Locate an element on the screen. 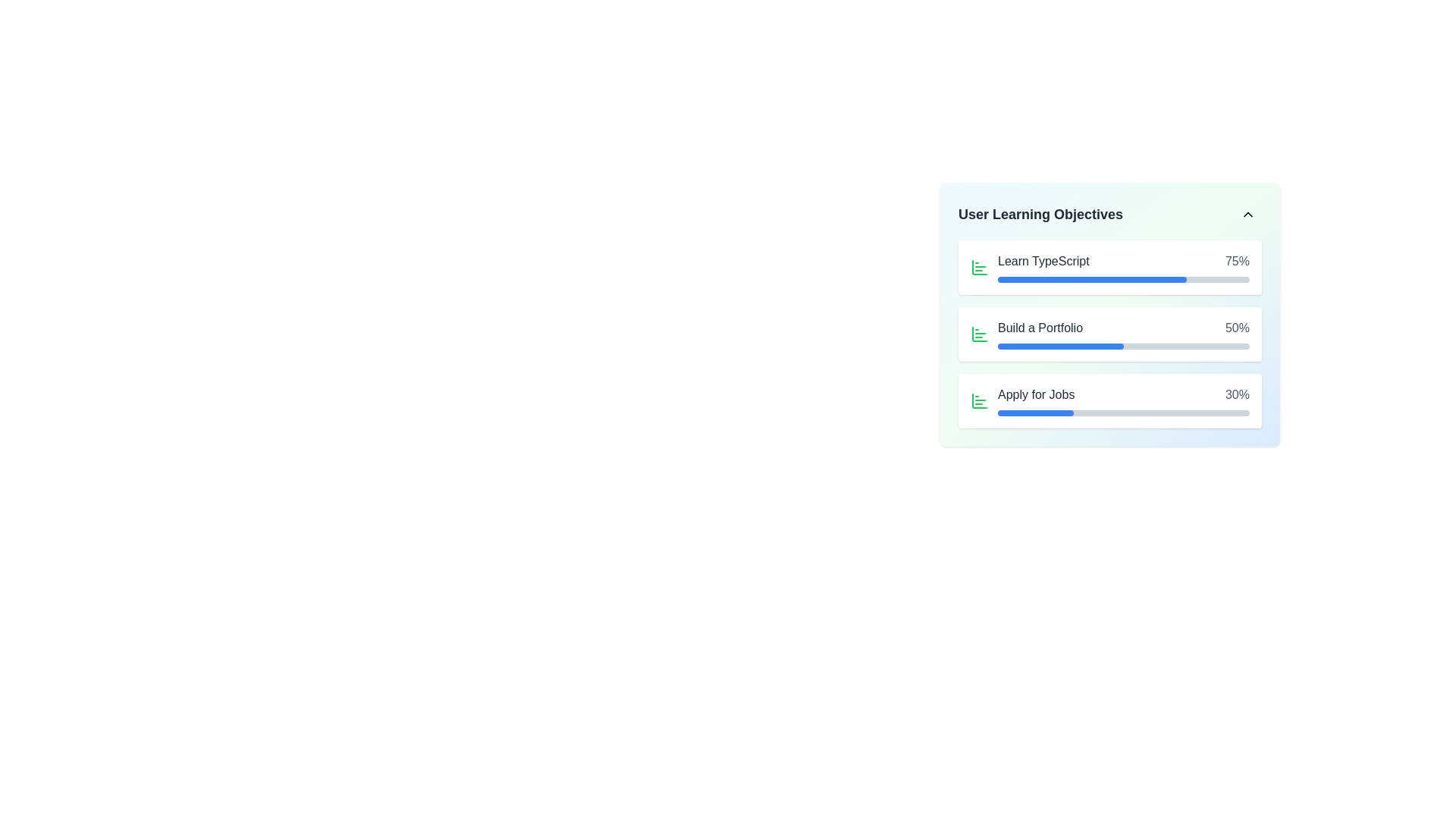  the header bar containing the text 'User Learning Objectives' with a chevron-up icon for accessibility navigation is located at coordinates (1110, 214).